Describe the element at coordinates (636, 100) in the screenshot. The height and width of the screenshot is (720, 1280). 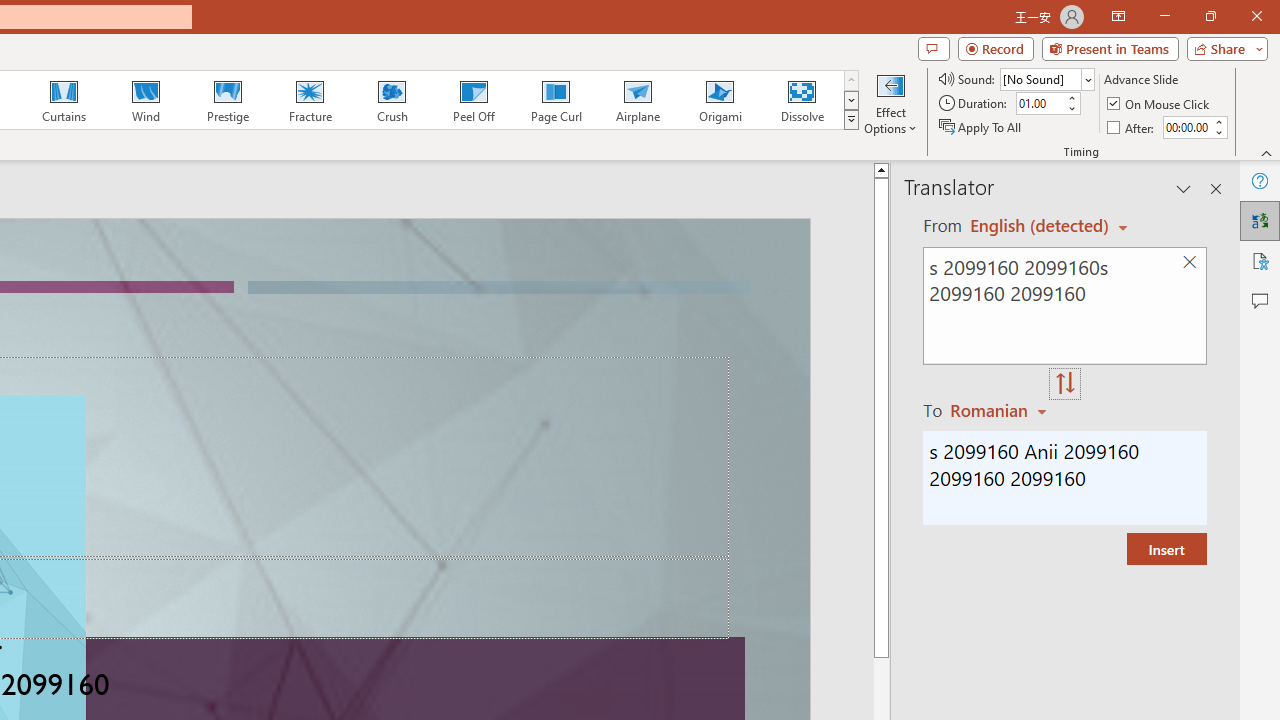
I see `'Airplane'` at that location.